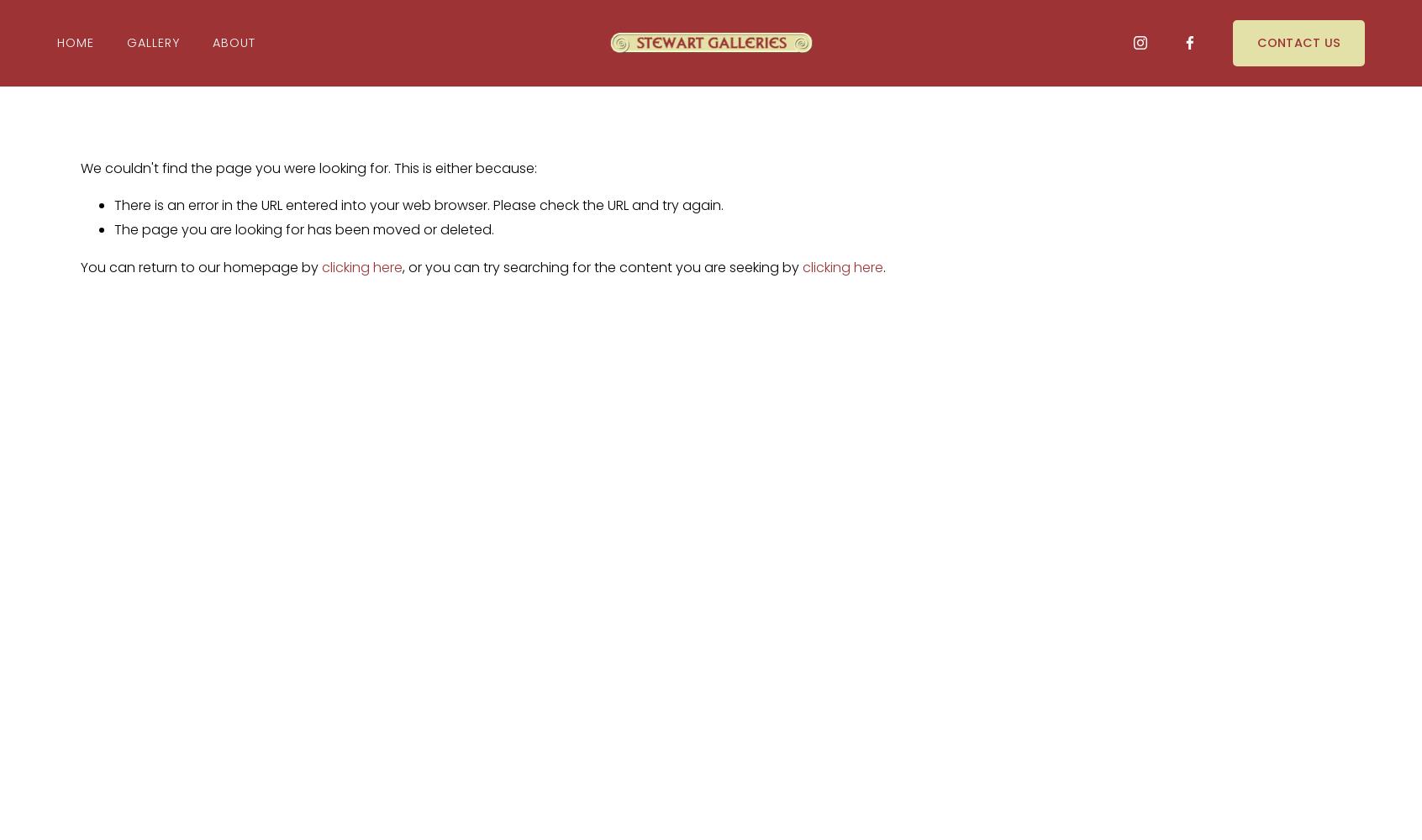  I want to click on 'There is an error in the URL entered into your web browser. Please check the URL and try again.', so click(419, 204).